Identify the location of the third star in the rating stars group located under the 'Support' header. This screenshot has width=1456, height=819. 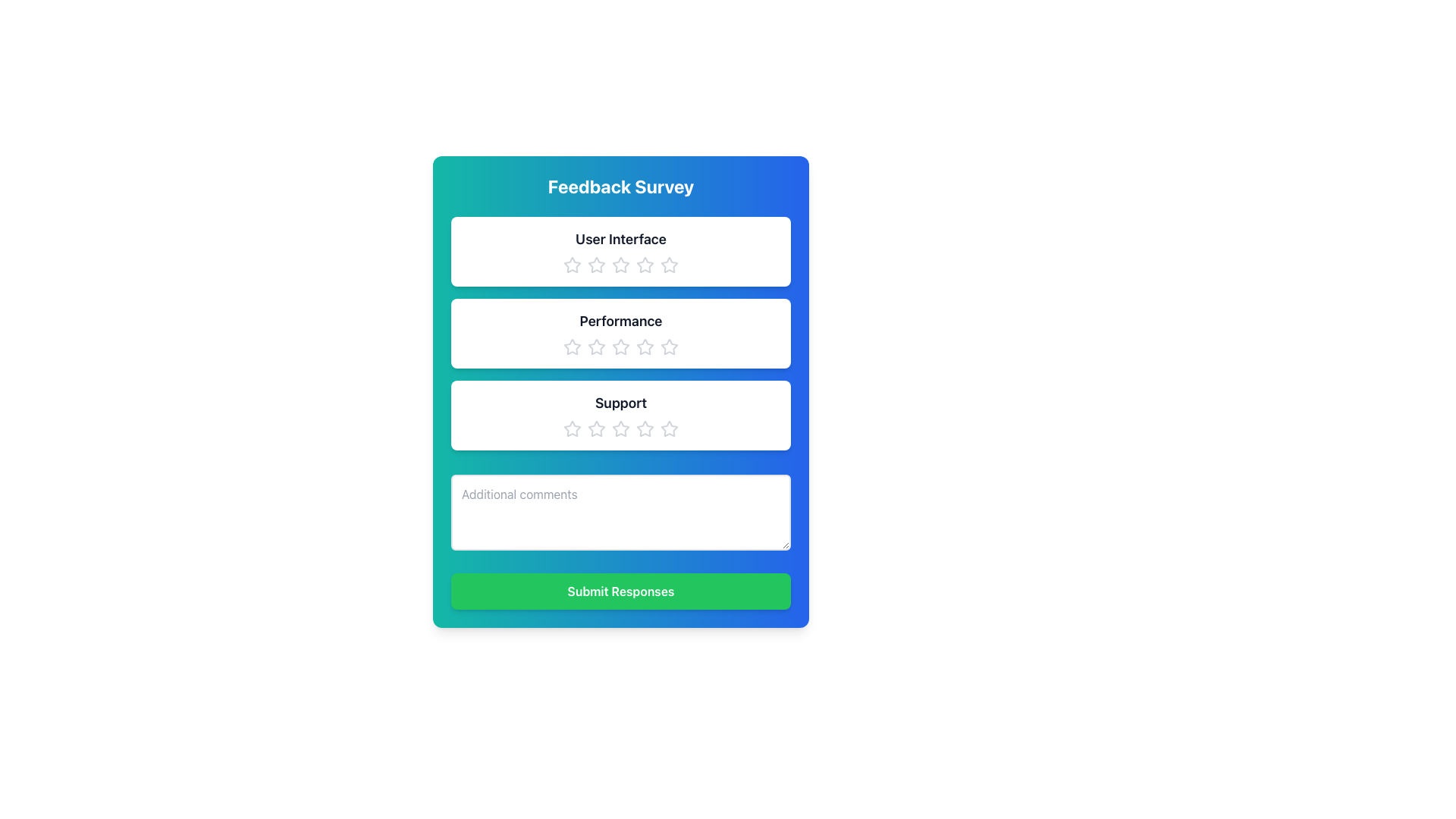
(621, 429).